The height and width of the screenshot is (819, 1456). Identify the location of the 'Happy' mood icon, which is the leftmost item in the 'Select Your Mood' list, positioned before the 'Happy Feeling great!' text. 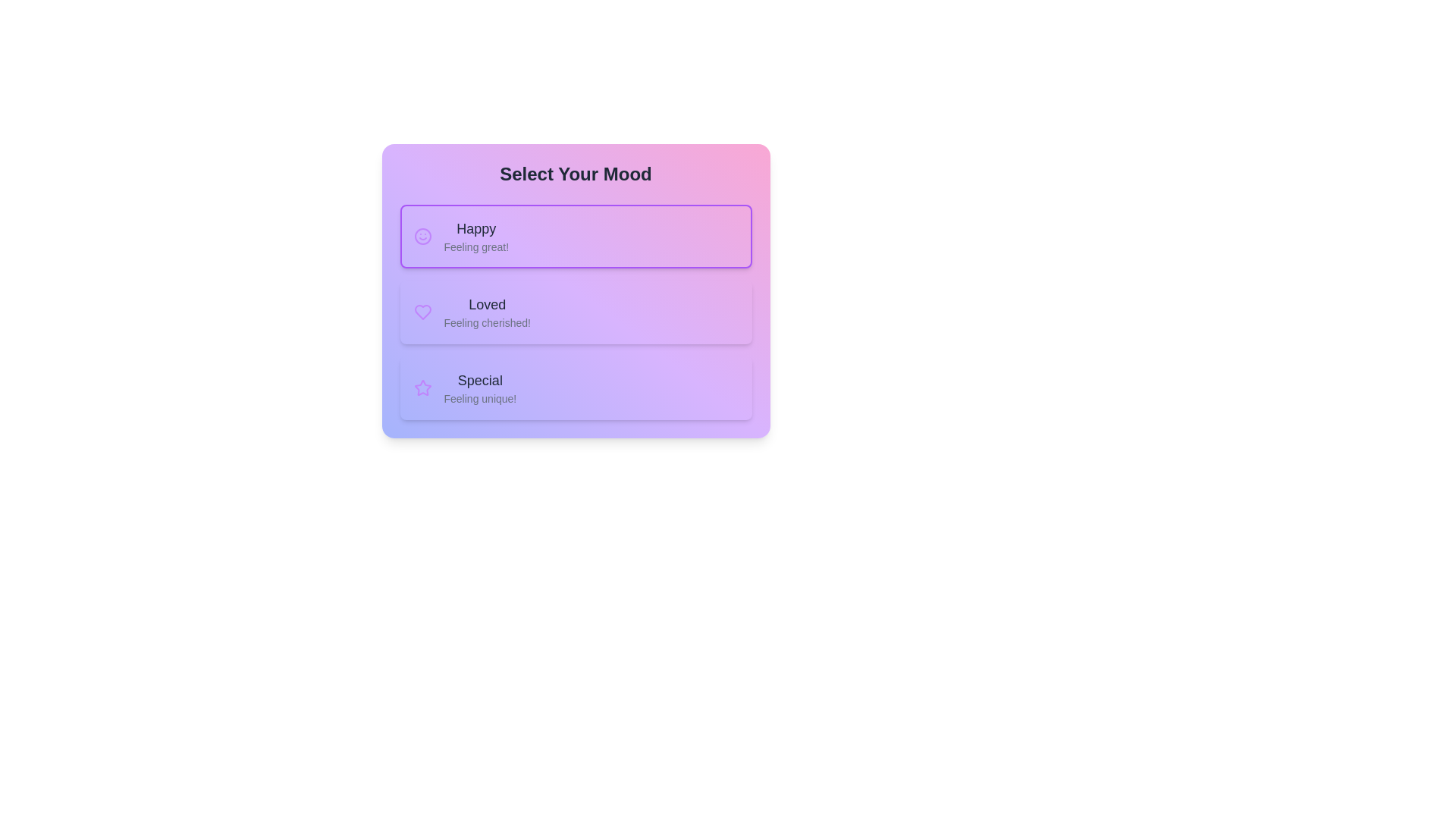
(422, 237).